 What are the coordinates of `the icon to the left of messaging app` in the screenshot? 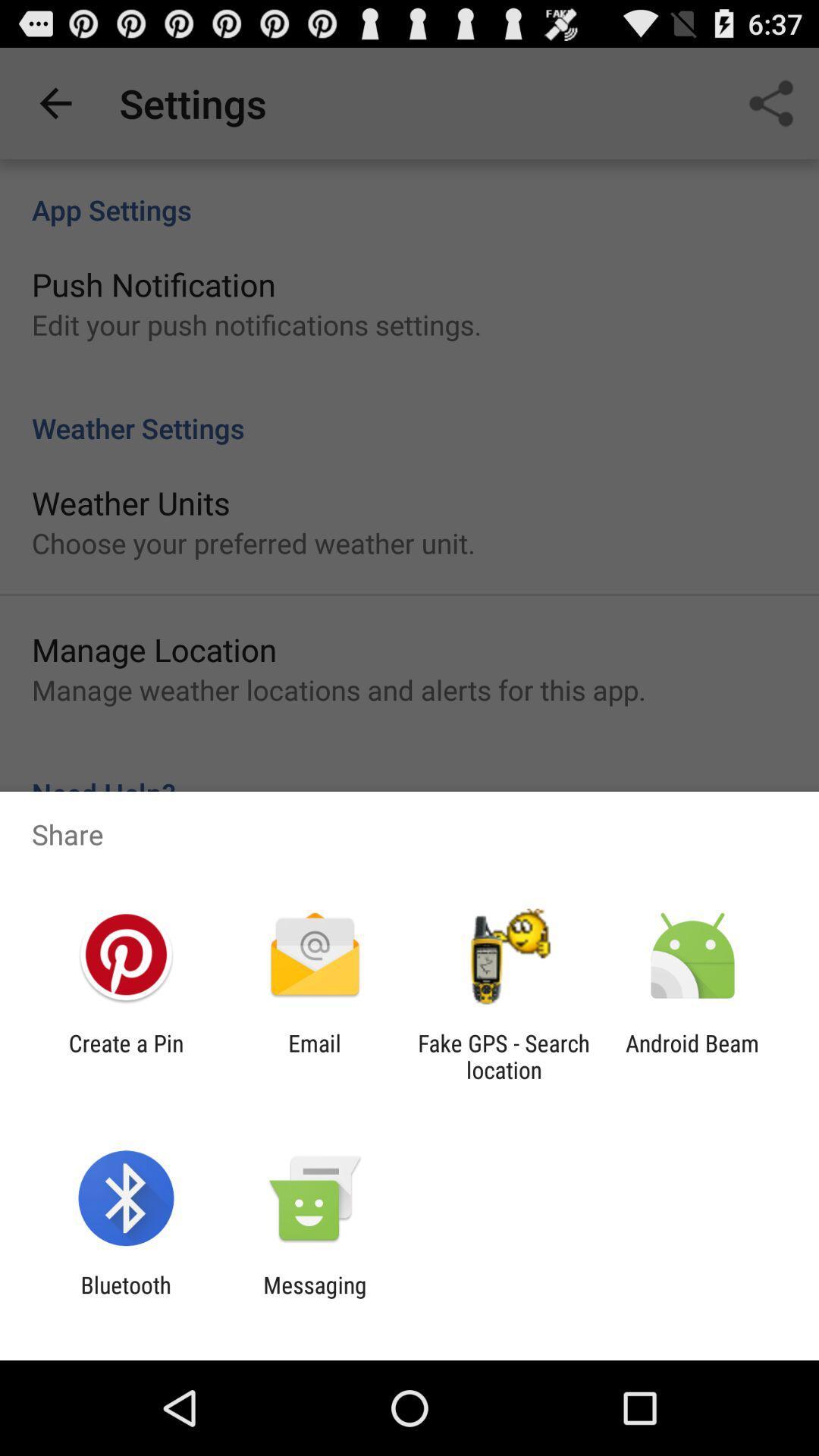 It's located at (125, 1298).